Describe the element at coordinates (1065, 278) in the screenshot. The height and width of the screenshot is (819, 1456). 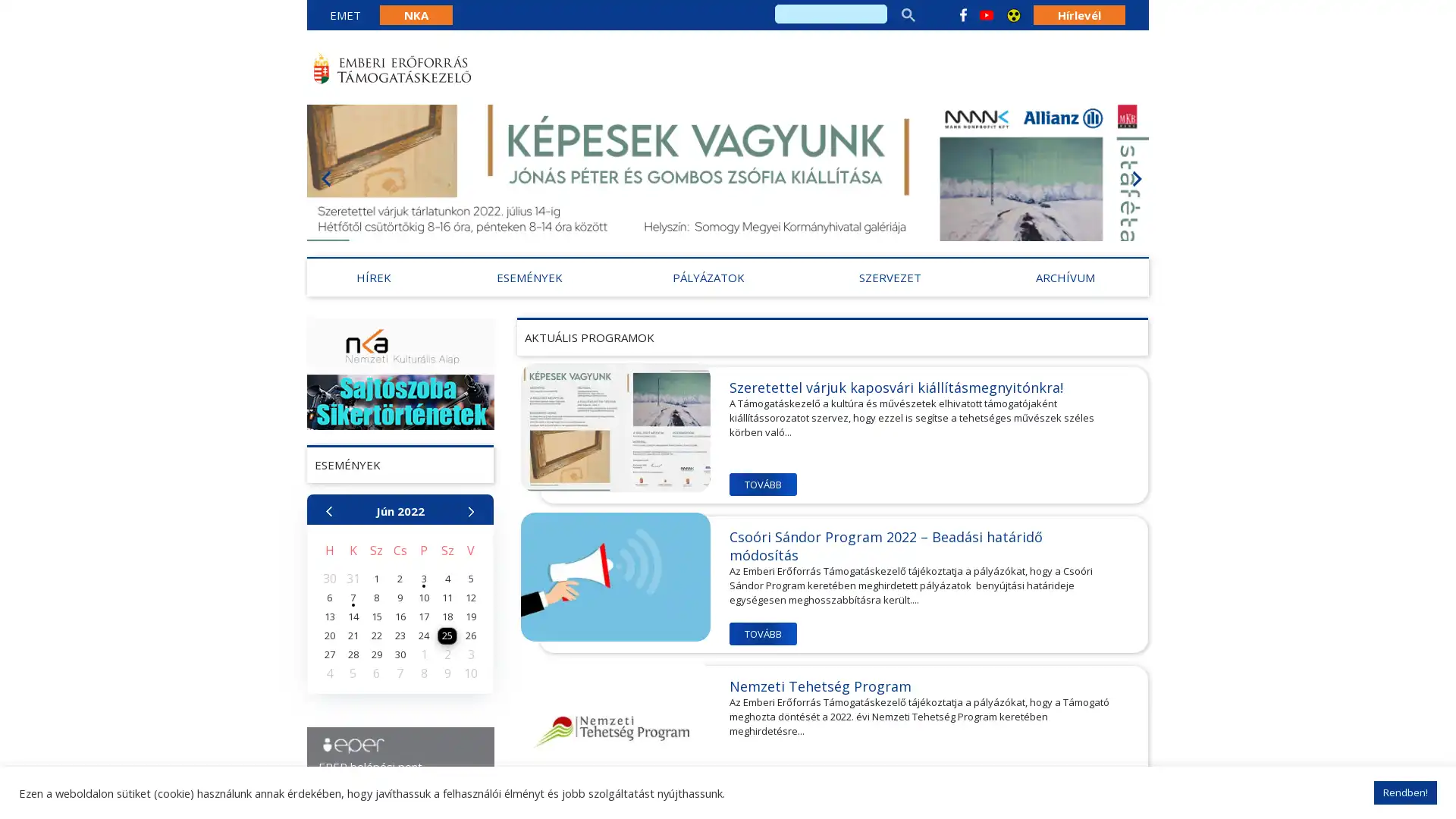
I see `ARCHIVUM` at that location.